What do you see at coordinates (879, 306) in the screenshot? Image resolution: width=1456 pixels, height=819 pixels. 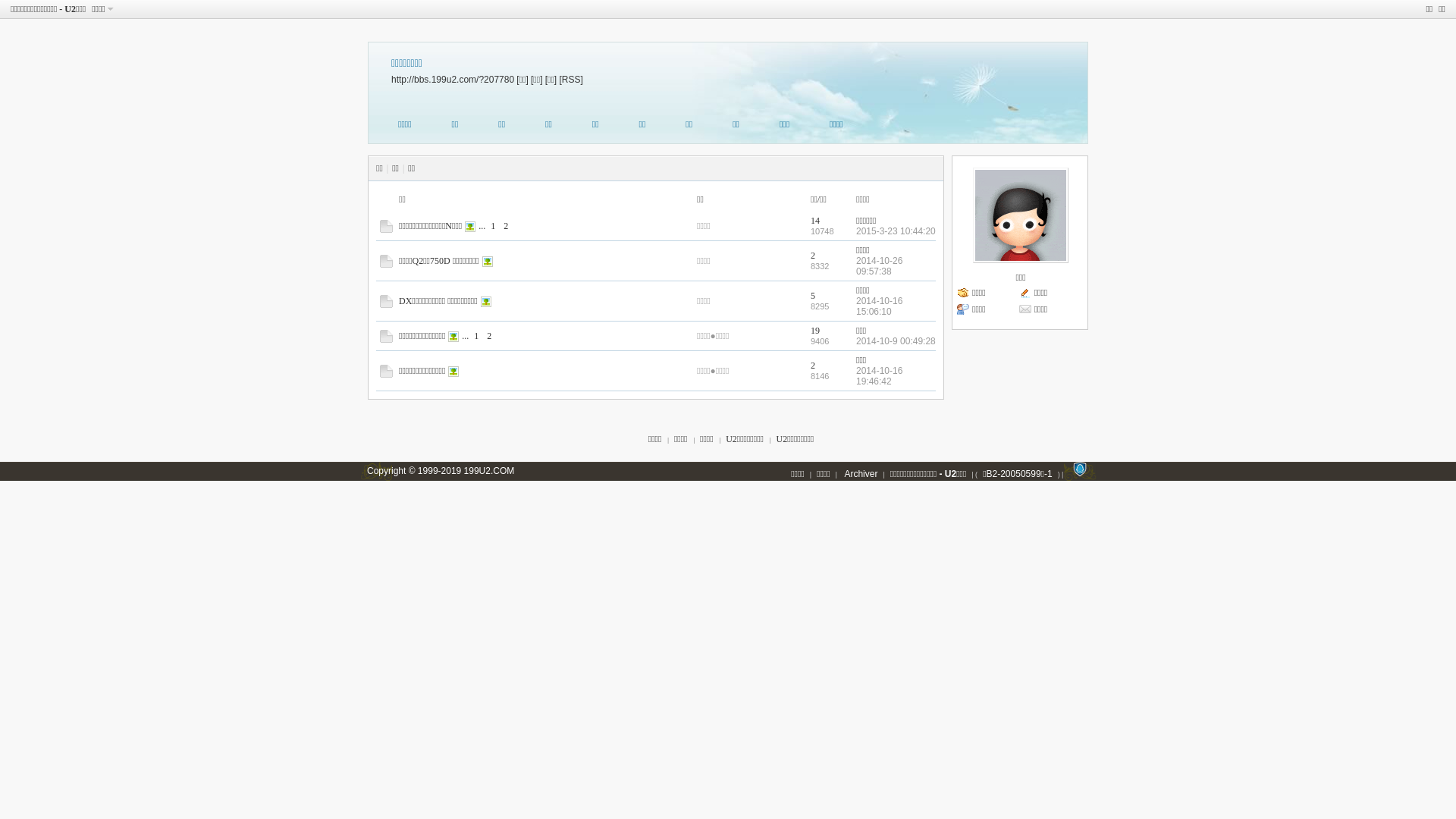 I see `'2014-10-16 15:06:10'` at bounding box center [879, 306].